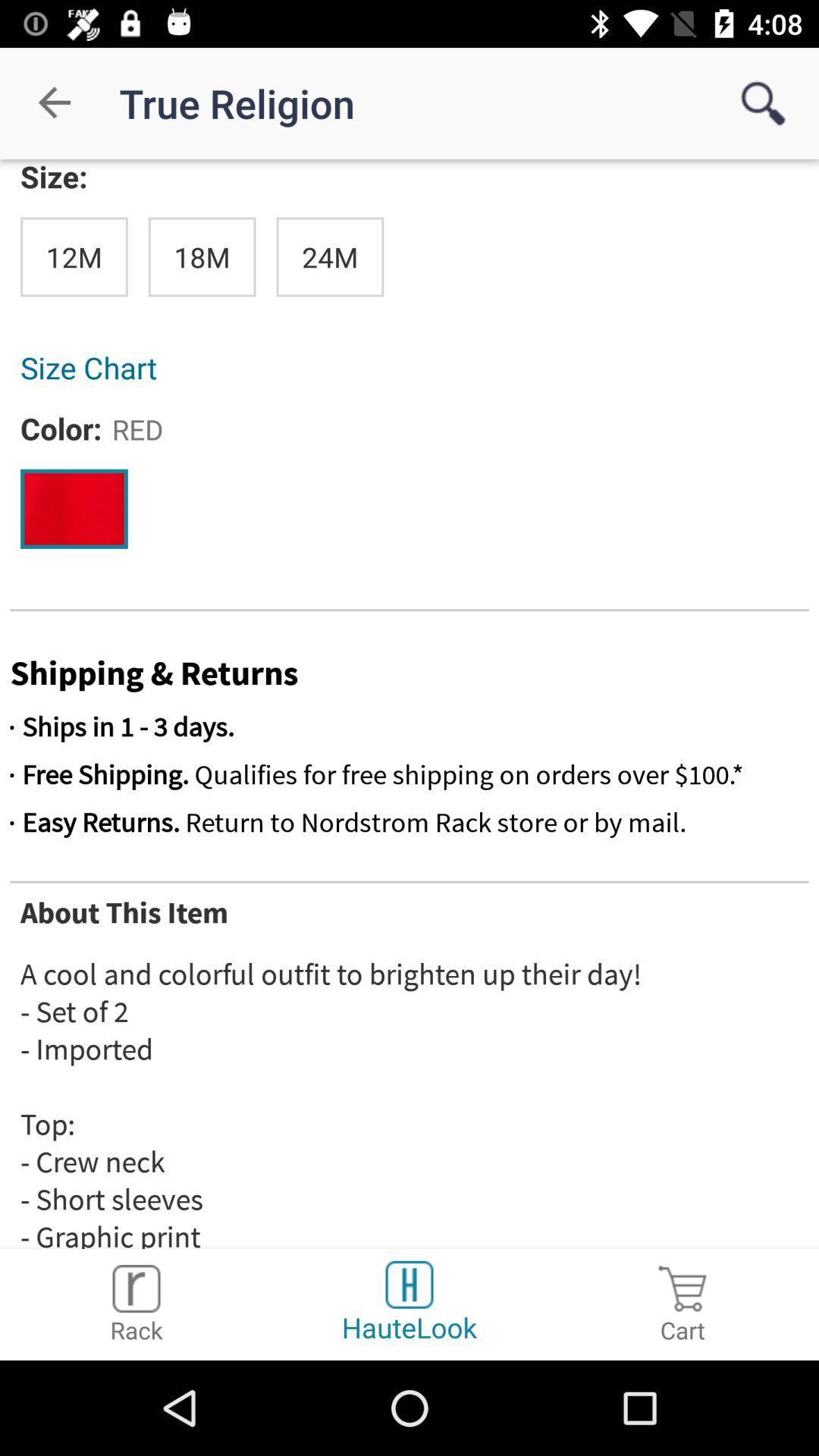  Describe the element at coordinates (329, 257) in the screenshot. I see `icon to the right of the 18m` at that location.